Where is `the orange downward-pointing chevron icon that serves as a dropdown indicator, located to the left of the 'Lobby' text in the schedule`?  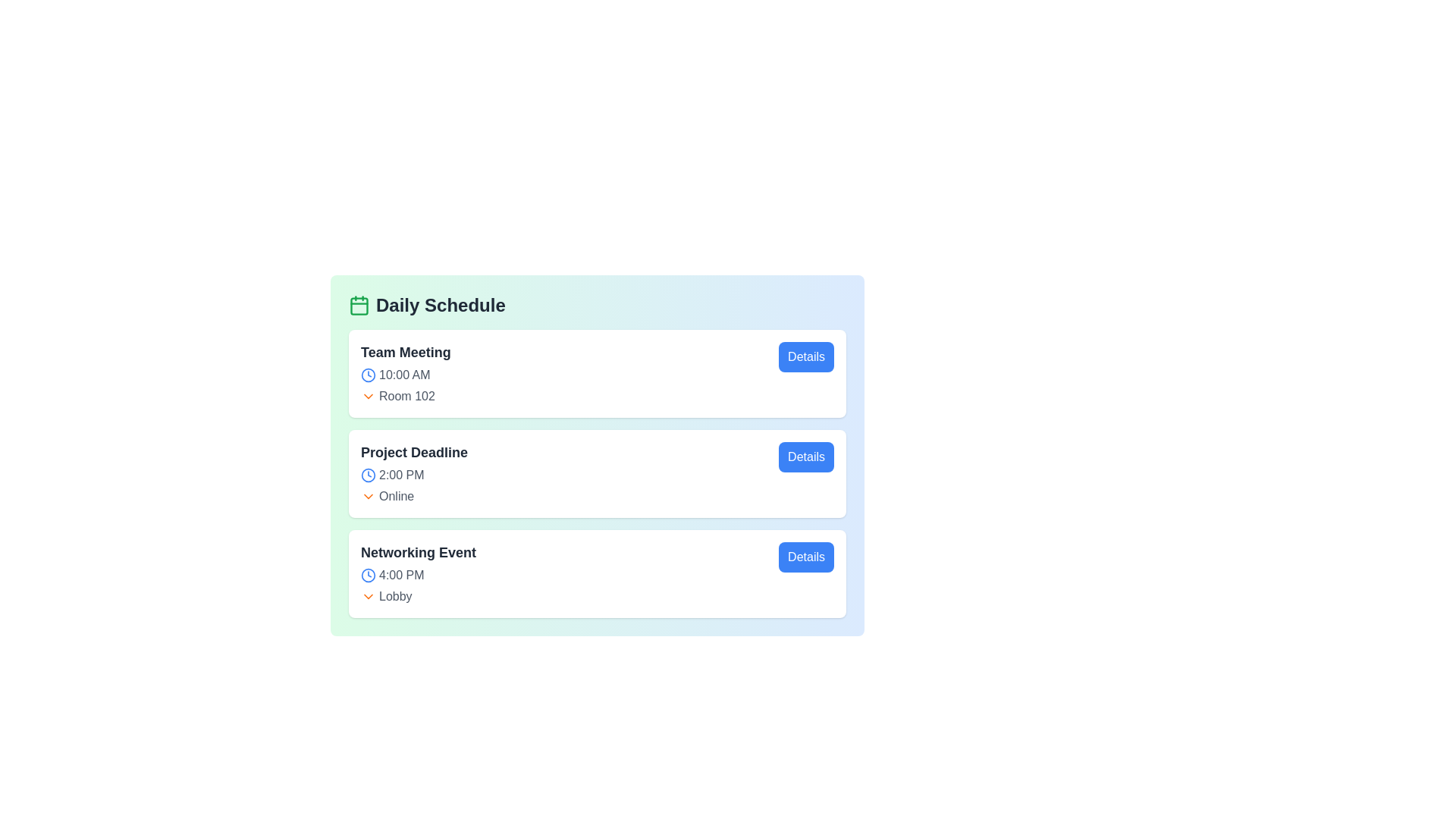
the orange downward-pointing chevron icon that serves as a dropdown indicator, located to the left of the 'Lobby' text in the schedule is located at coordinates (368, 595).